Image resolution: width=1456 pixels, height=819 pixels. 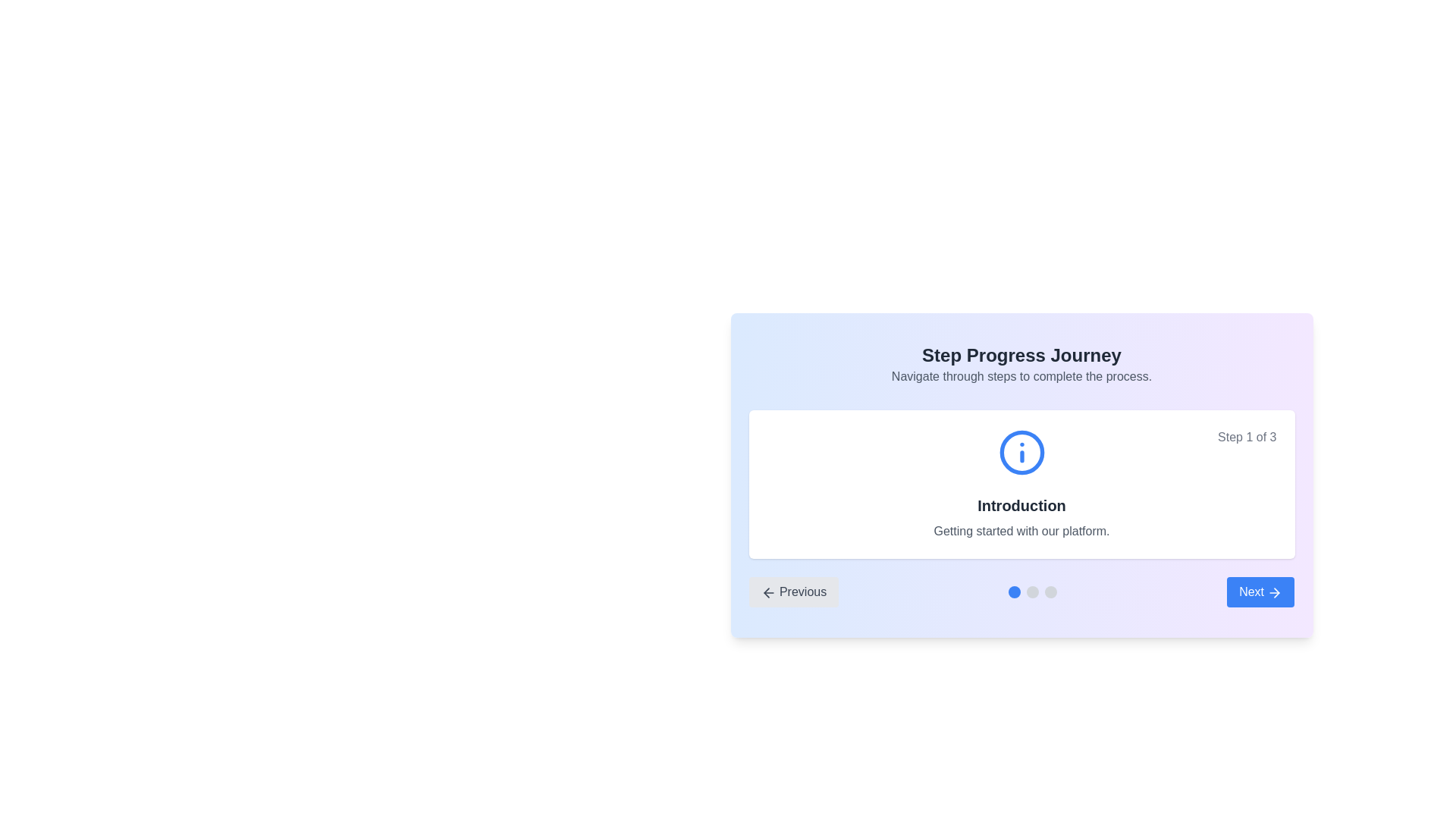 What do you see at coordinates (1021, 591) in the screenshot?
I see `the step indicators of the Navigation Bar located at the bottom of the 'Step Progress Journey' card` at bounding box center [1021, 591].